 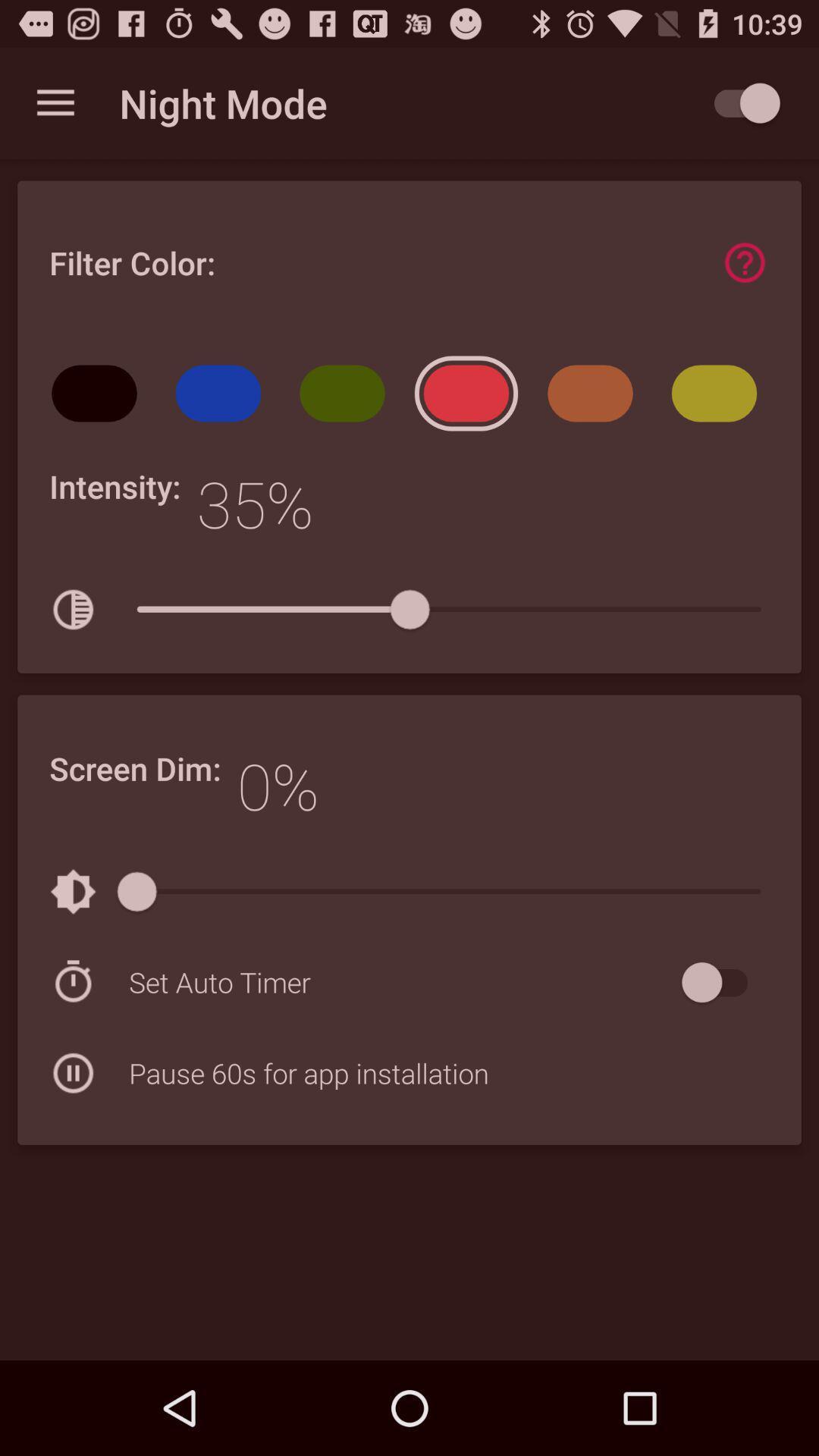 What do you see at coordinates (744, 262) in the screenshot?
I see `need help` at bounding box center [744, 262].